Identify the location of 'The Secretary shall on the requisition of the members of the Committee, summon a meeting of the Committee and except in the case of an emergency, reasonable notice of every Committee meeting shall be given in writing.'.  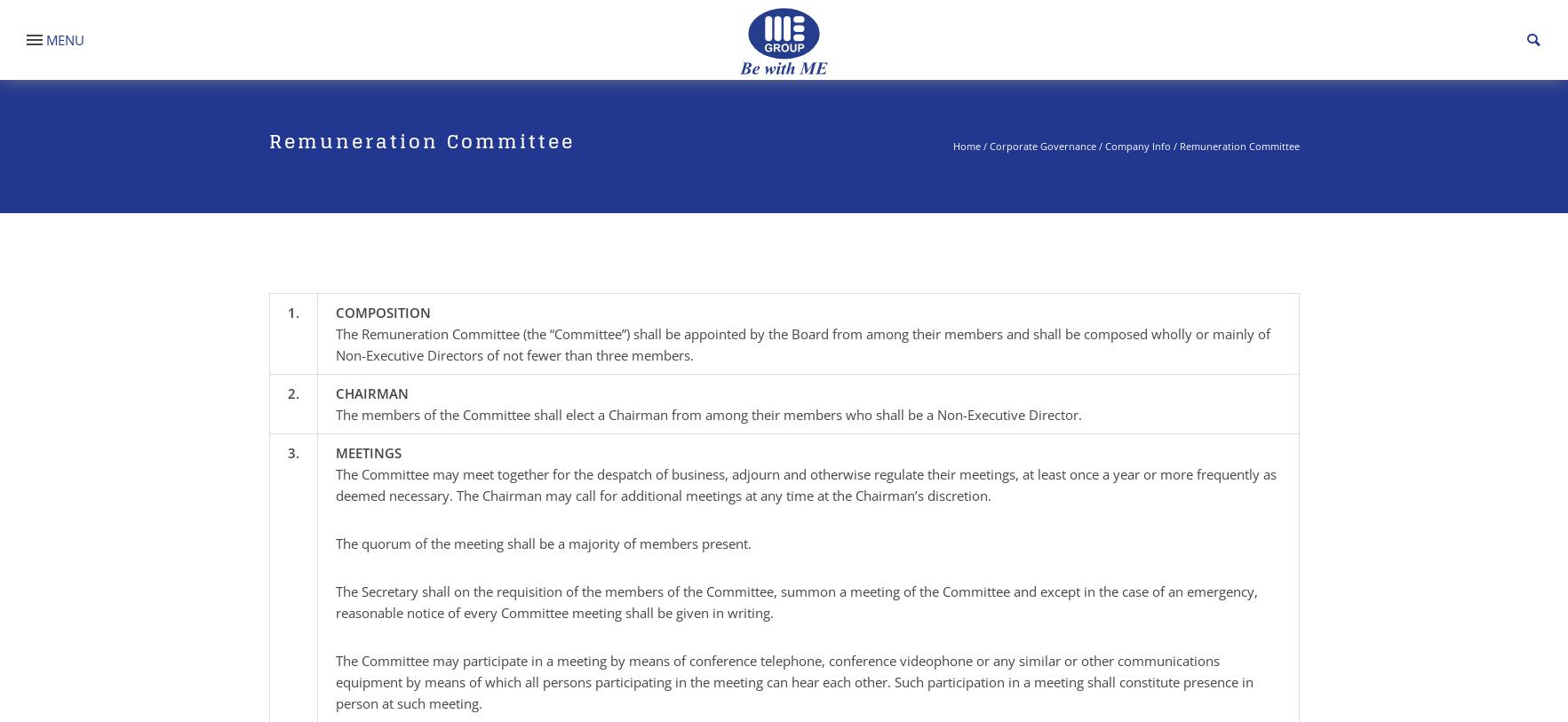
(795, 601).